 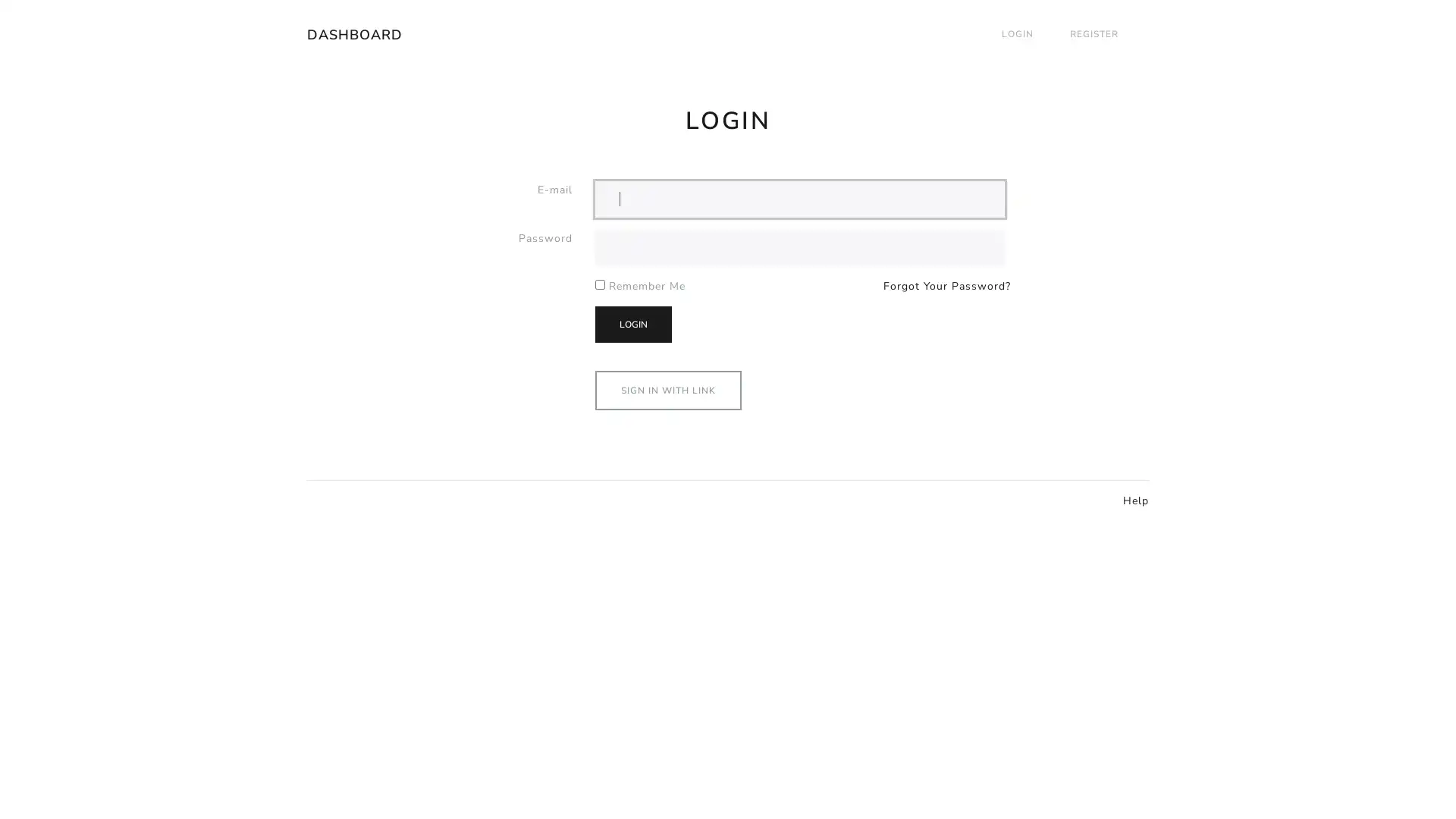 What do you see at coordinates (633, 323) in the screenshot?
I see `LOGIN` at bounding box center [633, 323].